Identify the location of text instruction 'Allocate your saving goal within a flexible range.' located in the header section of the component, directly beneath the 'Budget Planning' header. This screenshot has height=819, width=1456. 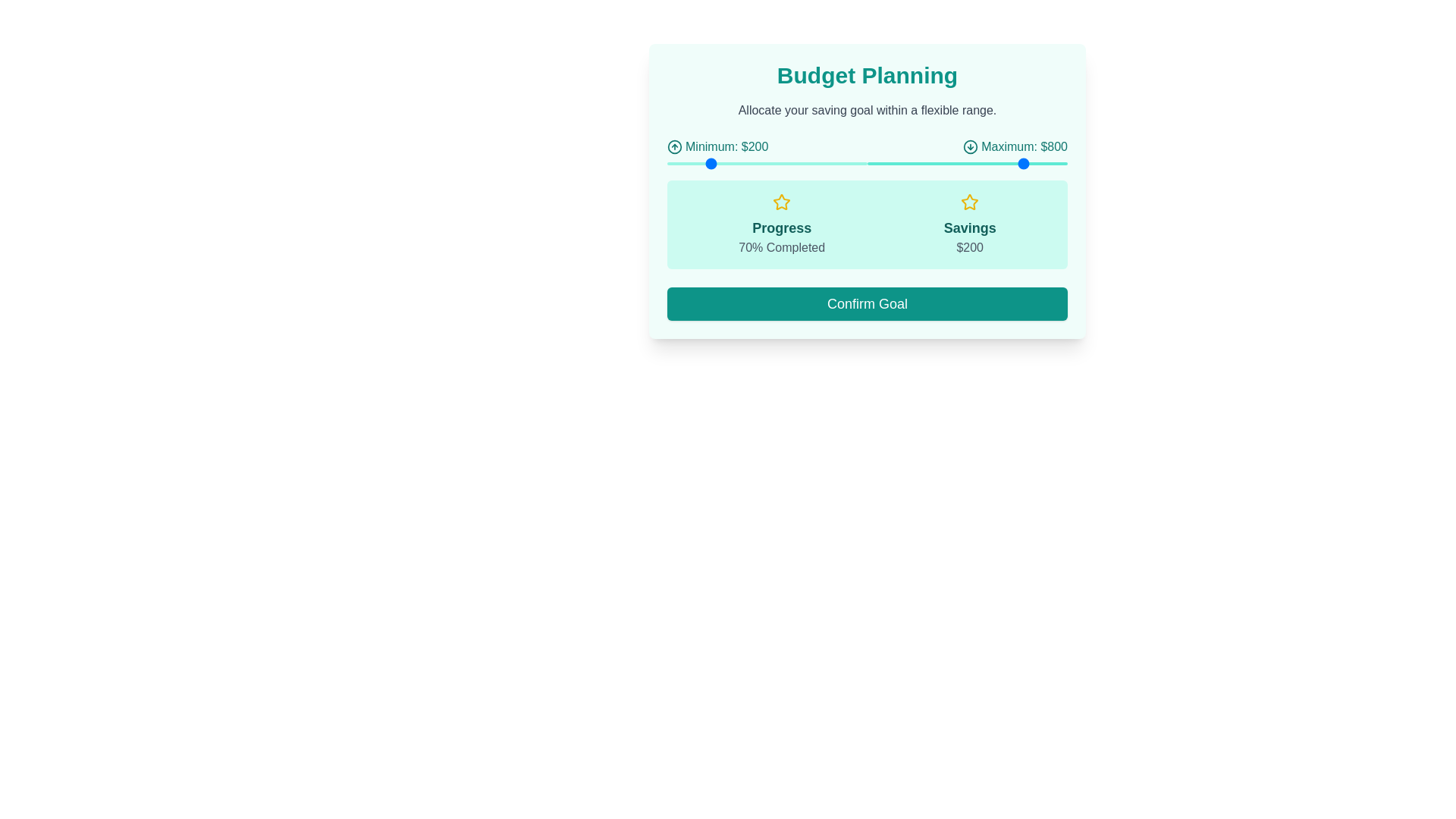
(867, 110).